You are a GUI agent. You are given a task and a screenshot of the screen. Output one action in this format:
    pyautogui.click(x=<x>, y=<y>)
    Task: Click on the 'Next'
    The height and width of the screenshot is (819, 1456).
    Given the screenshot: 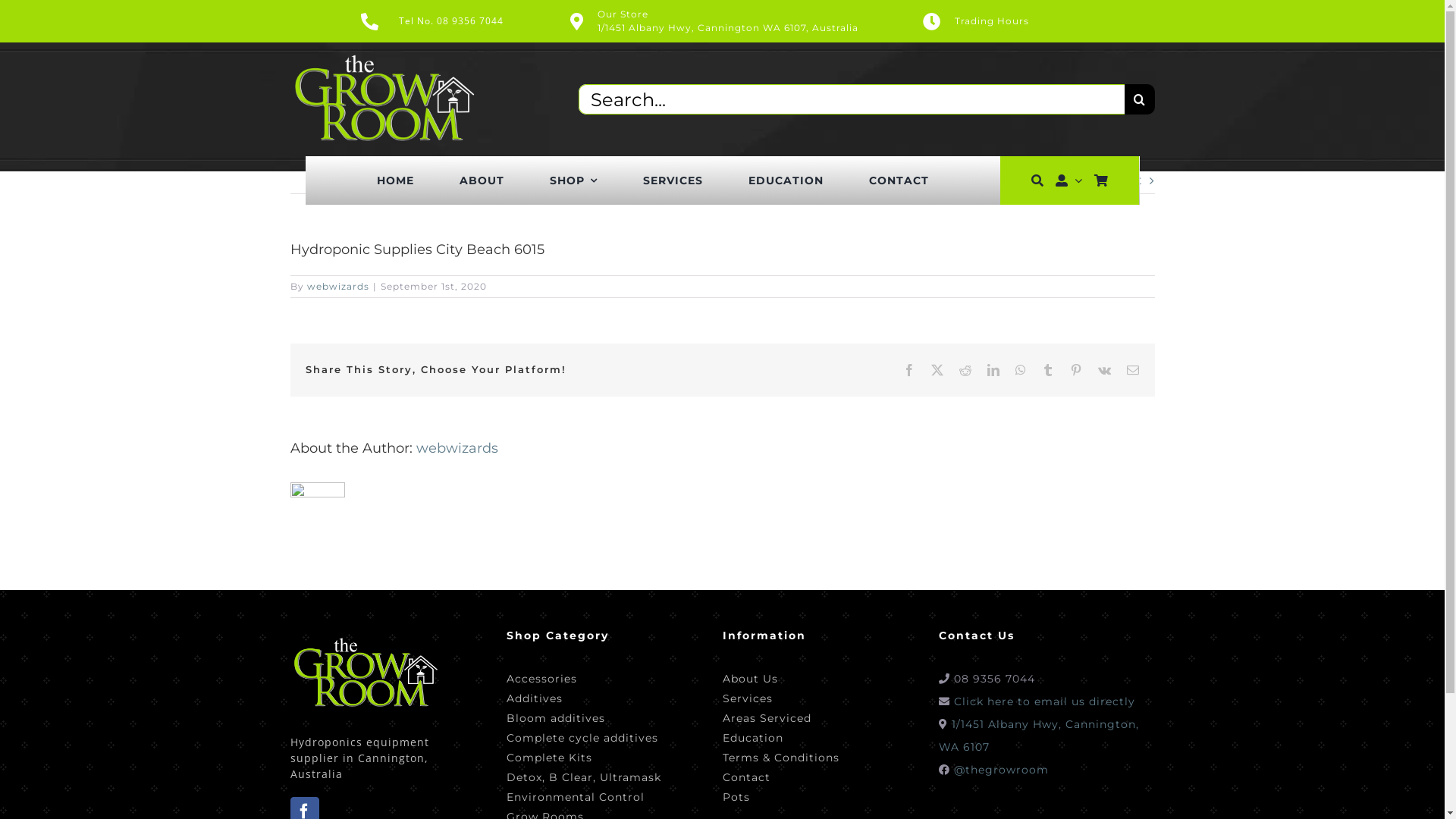 What is the action you would take?
    pyautogui.click(x=1126, y=180)
    